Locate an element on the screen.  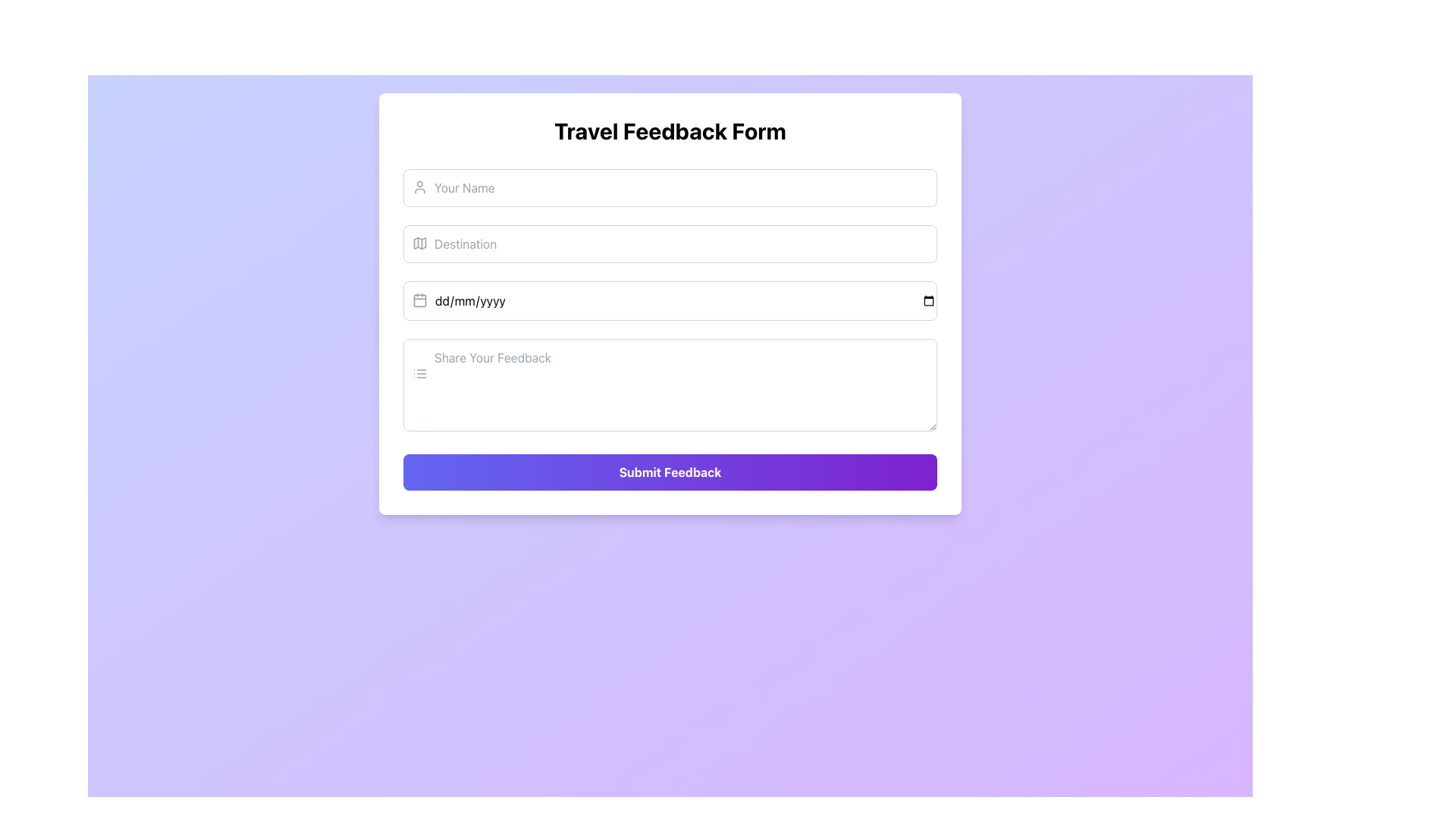
the calendar icon located within the 'Date' input field of the 'Travel Feedback Form', positioned to the left of the text placeholder 'dd/mm/yyyy' is located at coordinates (419, 299).